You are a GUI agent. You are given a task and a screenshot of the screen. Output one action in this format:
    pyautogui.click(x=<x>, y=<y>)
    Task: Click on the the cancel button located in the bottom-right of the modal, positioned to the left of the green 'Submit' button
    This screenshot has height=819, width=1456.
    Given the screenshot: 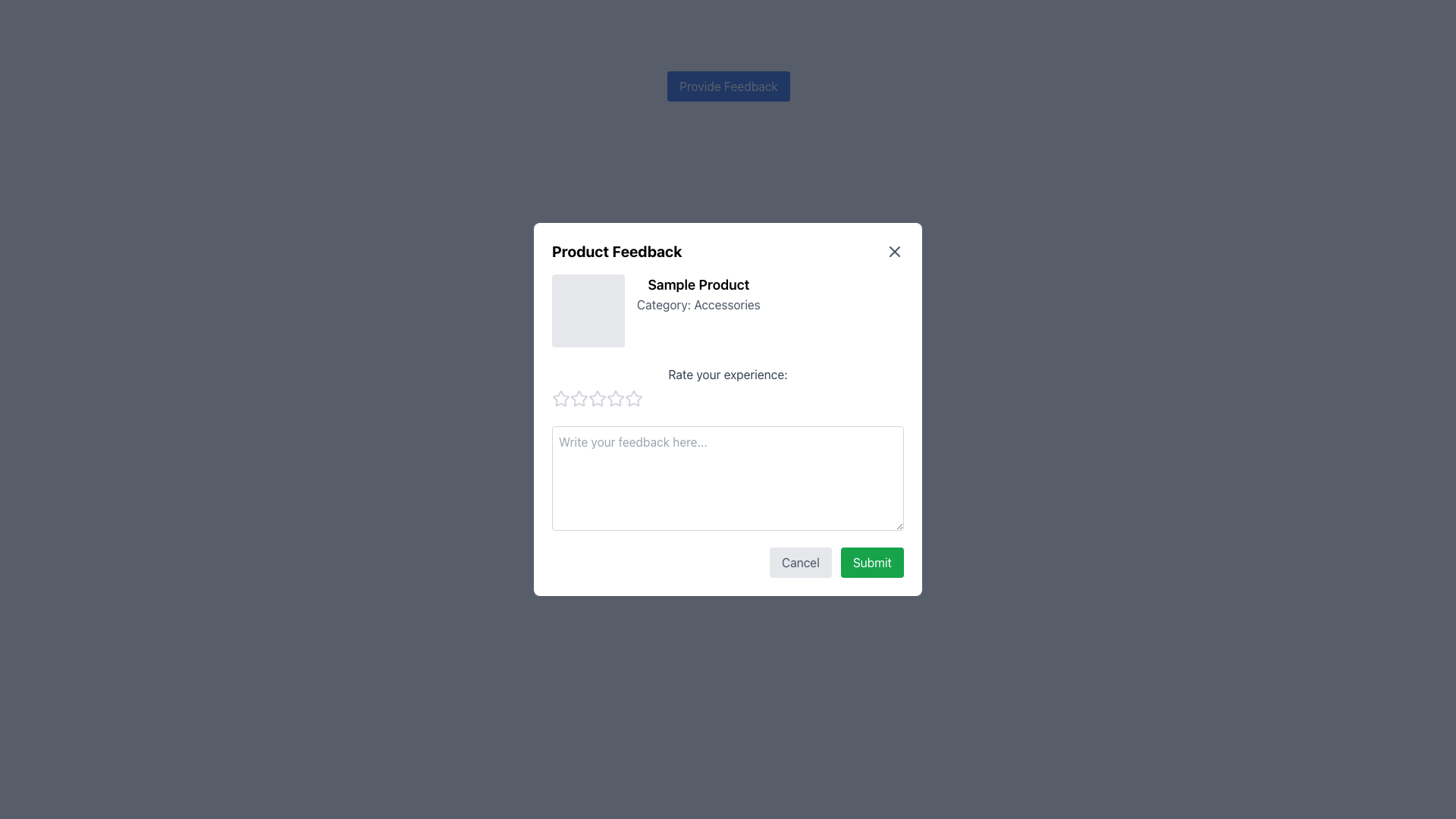 What is the action you would take?
    pyautogui.click(x=799, y=562)
    